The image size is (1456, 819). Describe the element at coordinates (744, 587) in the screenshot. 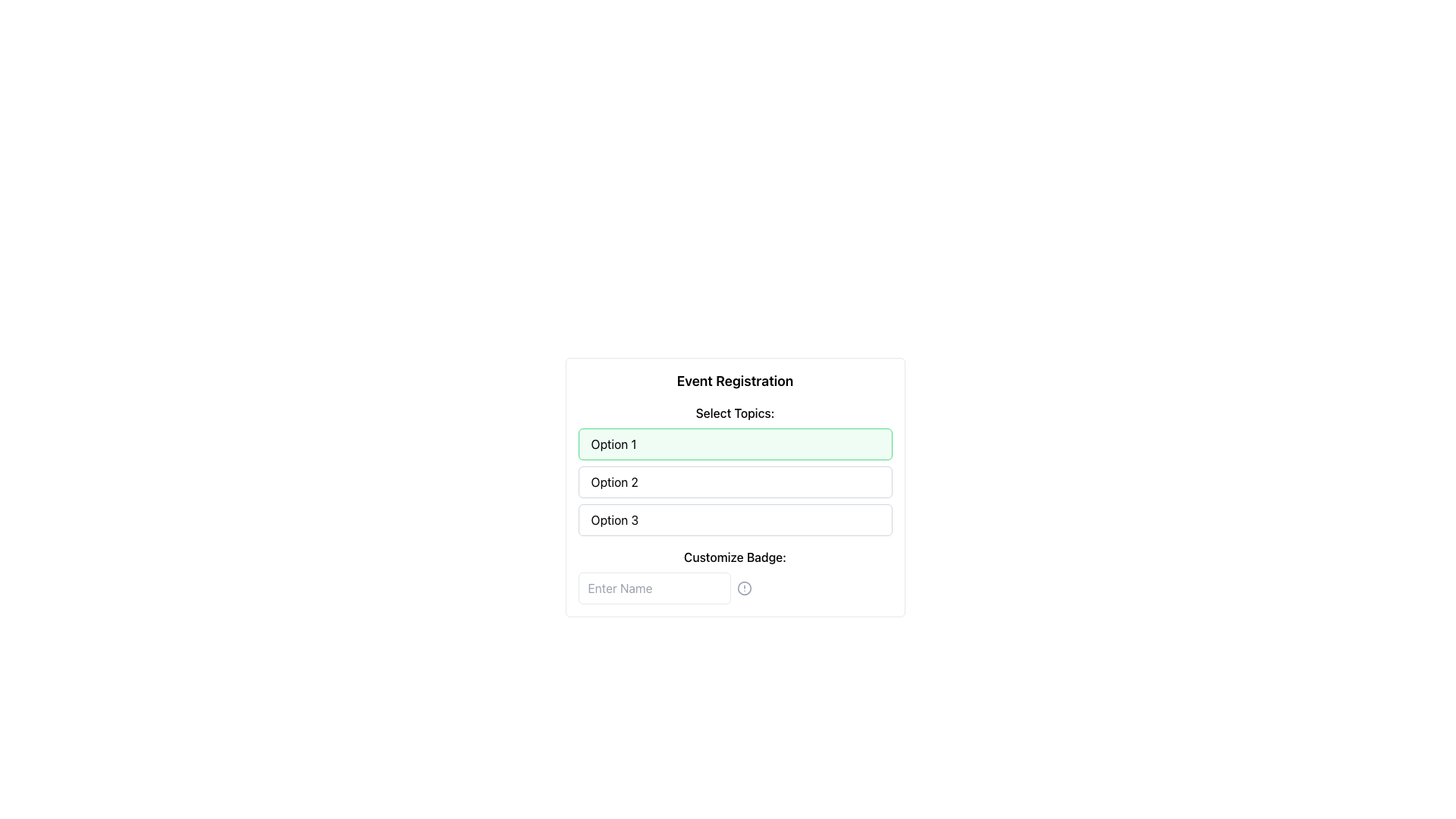

I see `the circular alert icon outlined in gray, which is located adjacent to the right of the 'Enter Name' text input field` at that location.